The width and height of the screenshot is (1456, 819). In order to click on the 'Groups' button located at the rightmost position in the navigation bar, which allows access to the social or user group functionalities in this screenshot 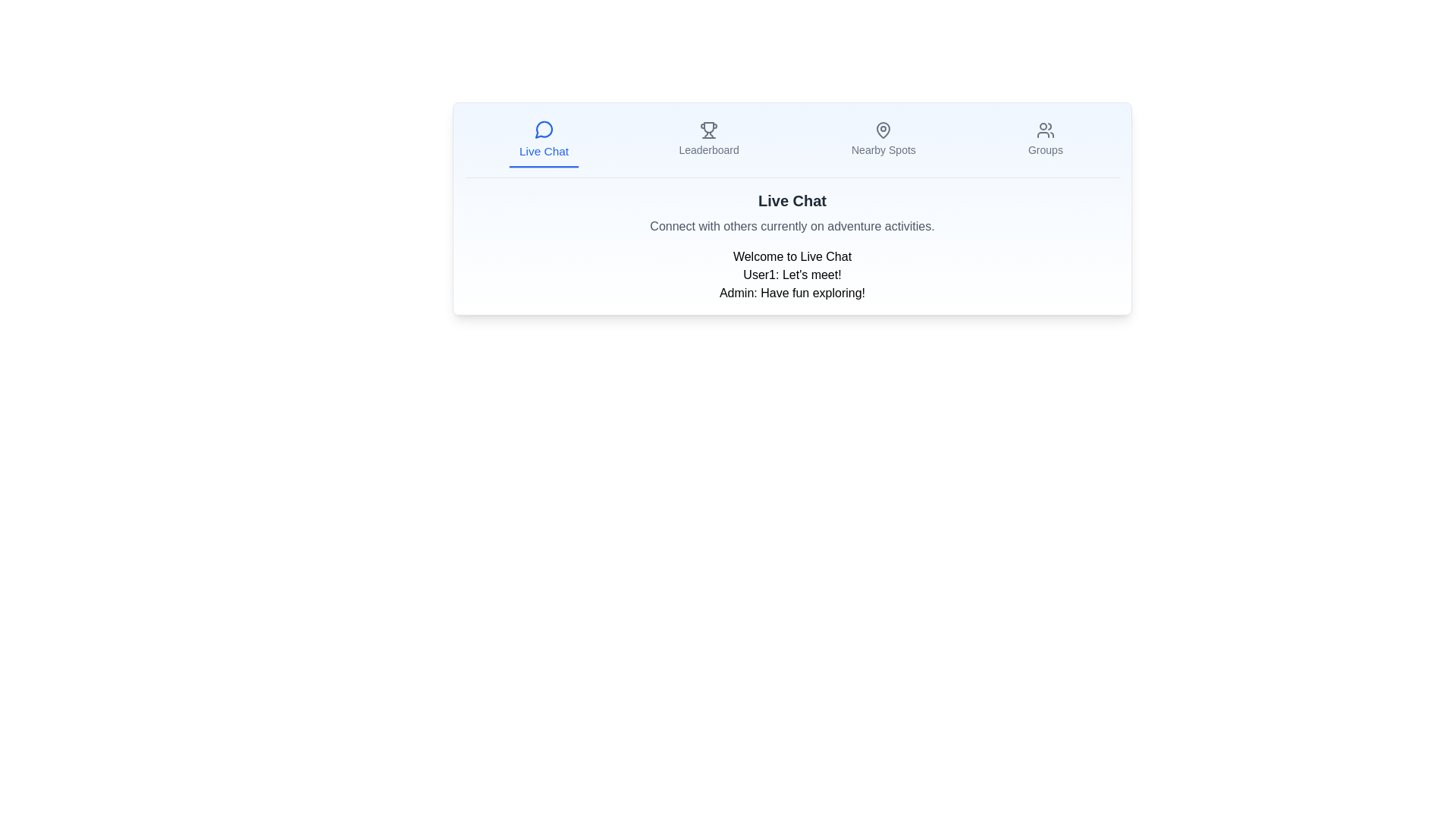, I will do `click(1044, 140)`.